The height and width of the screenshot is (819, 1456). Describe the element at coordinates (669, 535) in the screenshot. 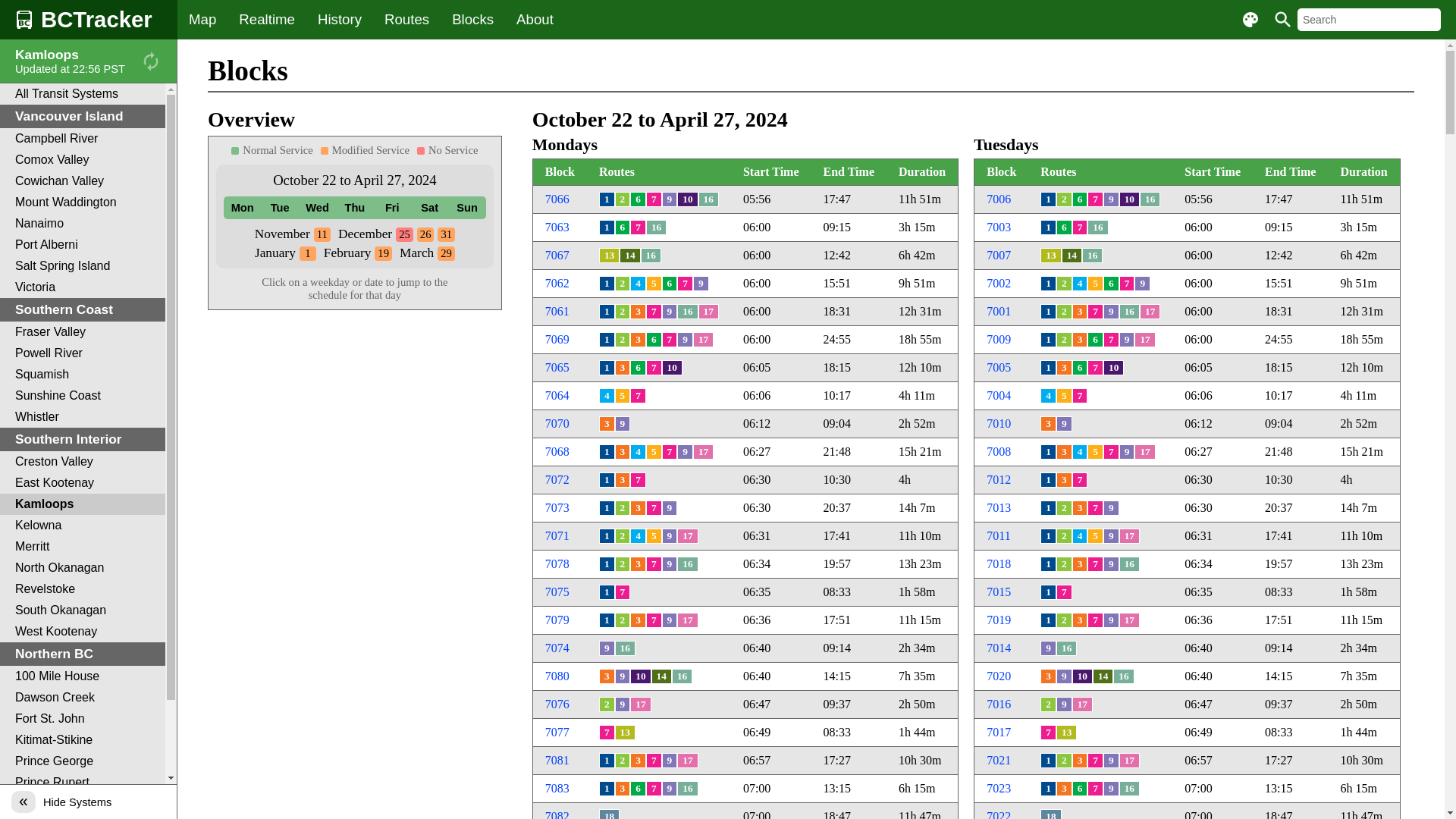

I see `'9'` at that location.